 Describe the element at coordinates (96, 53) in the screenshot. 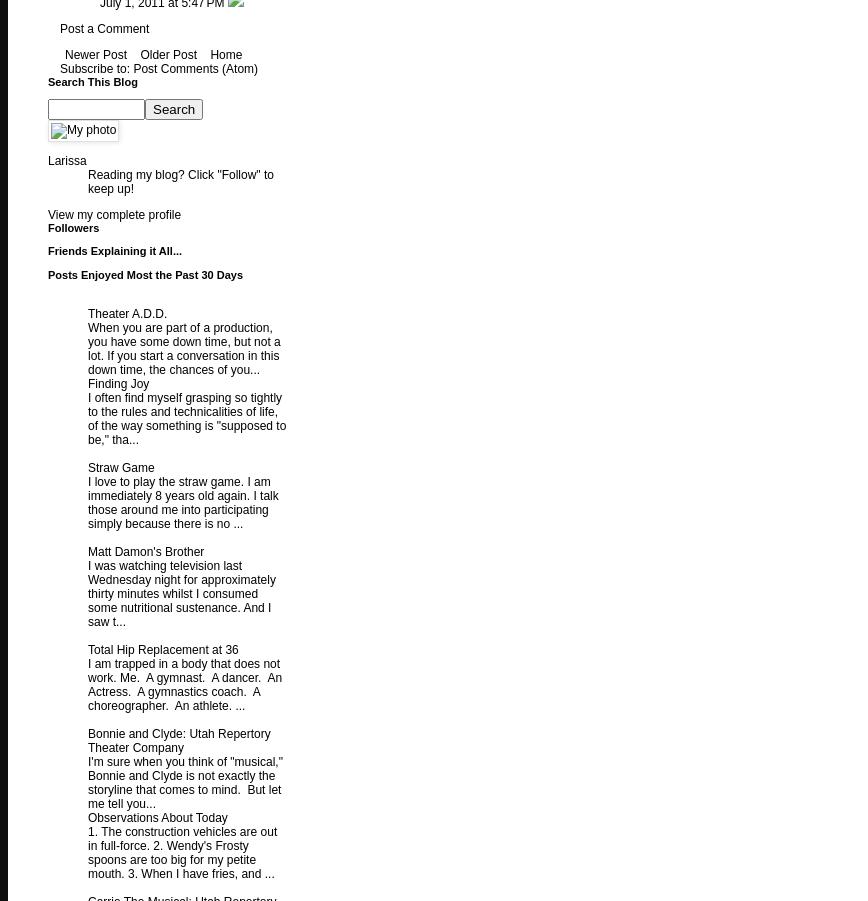

I see `'Newer Post'` at that location.